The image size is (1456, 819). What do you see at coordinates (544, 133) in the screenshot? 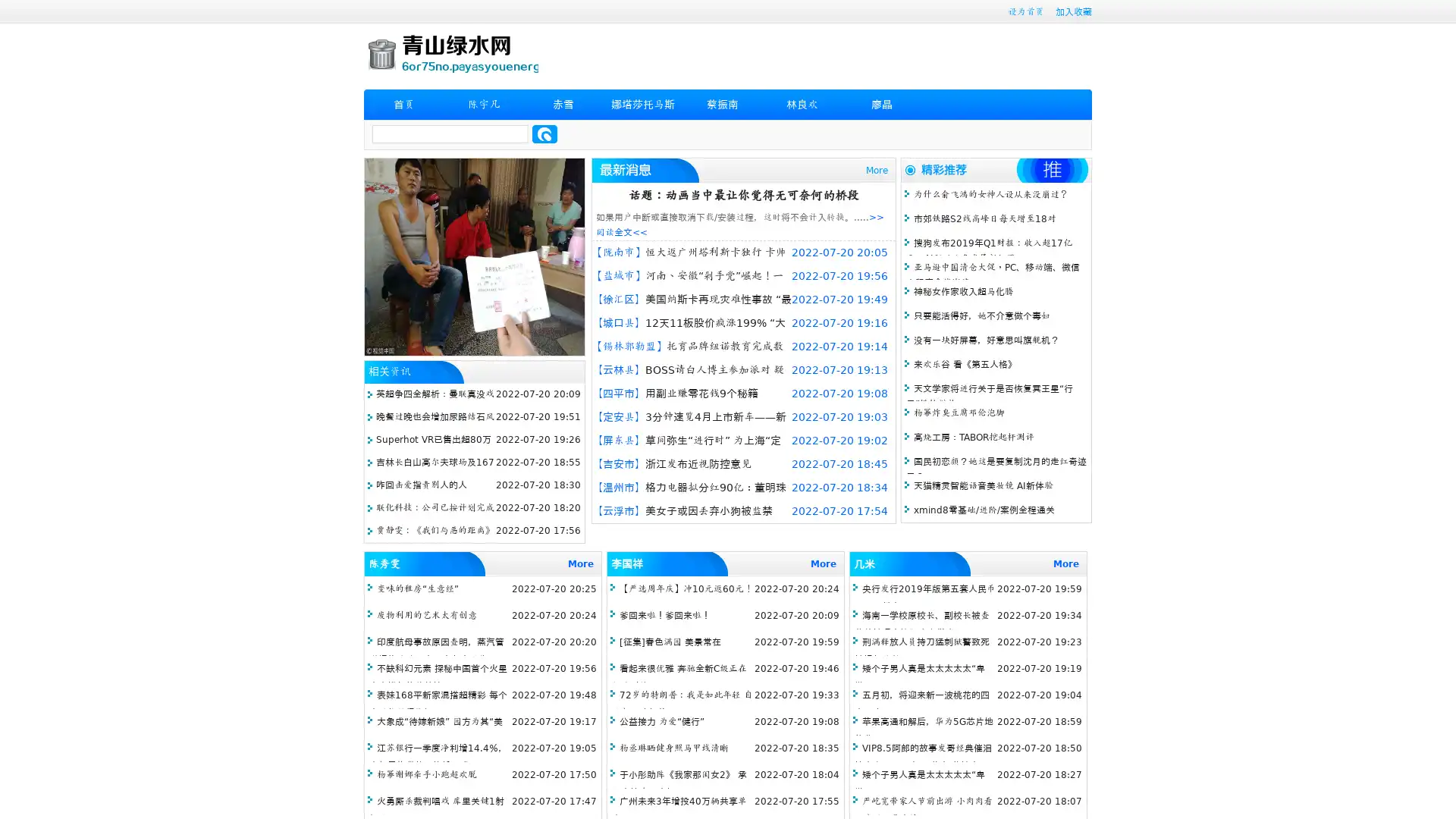
I see `Search` at bounding box center [544, 133].